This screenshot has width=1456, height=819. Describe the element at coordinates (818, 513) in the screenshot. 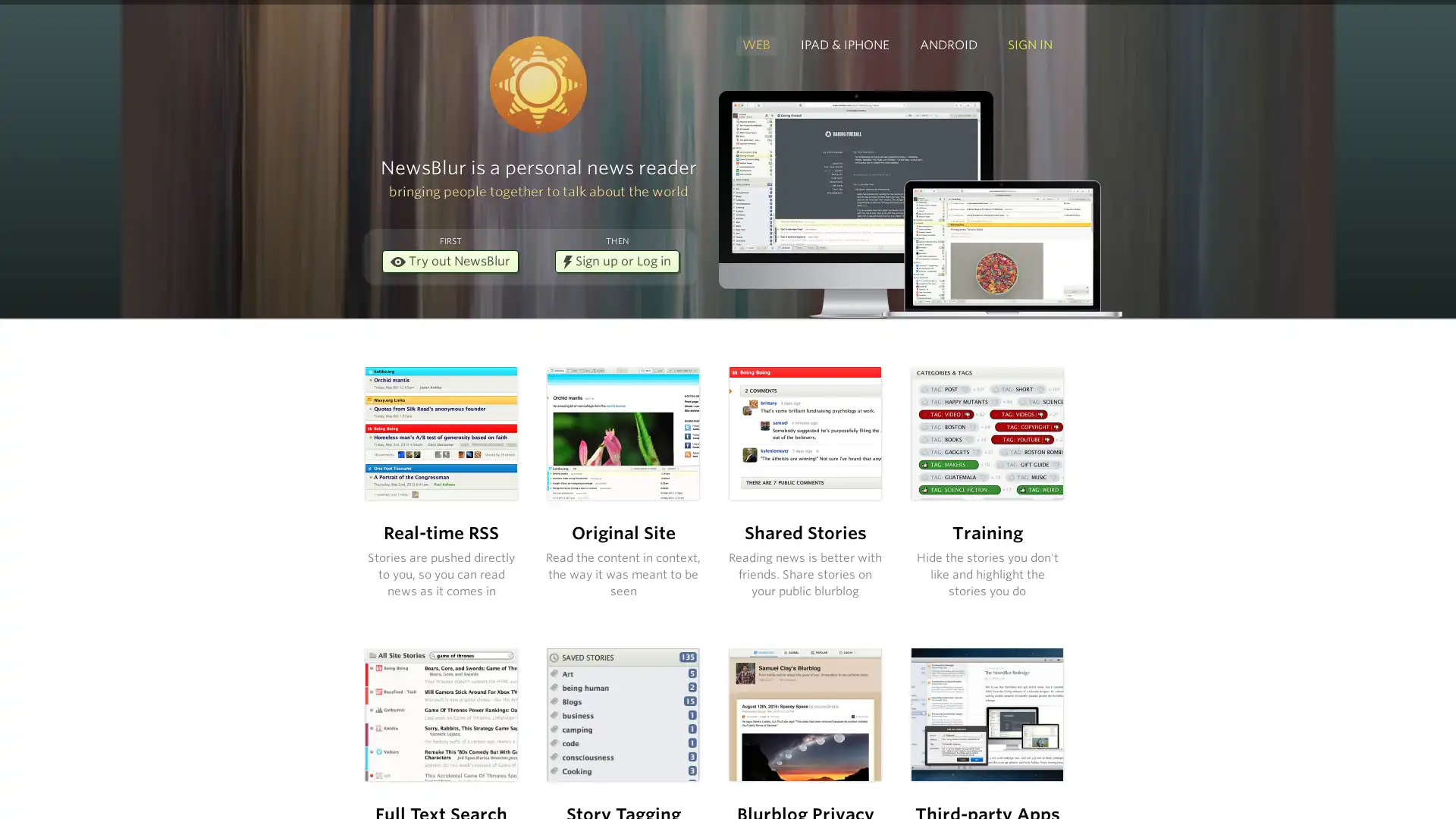

I see `log in` at that location.